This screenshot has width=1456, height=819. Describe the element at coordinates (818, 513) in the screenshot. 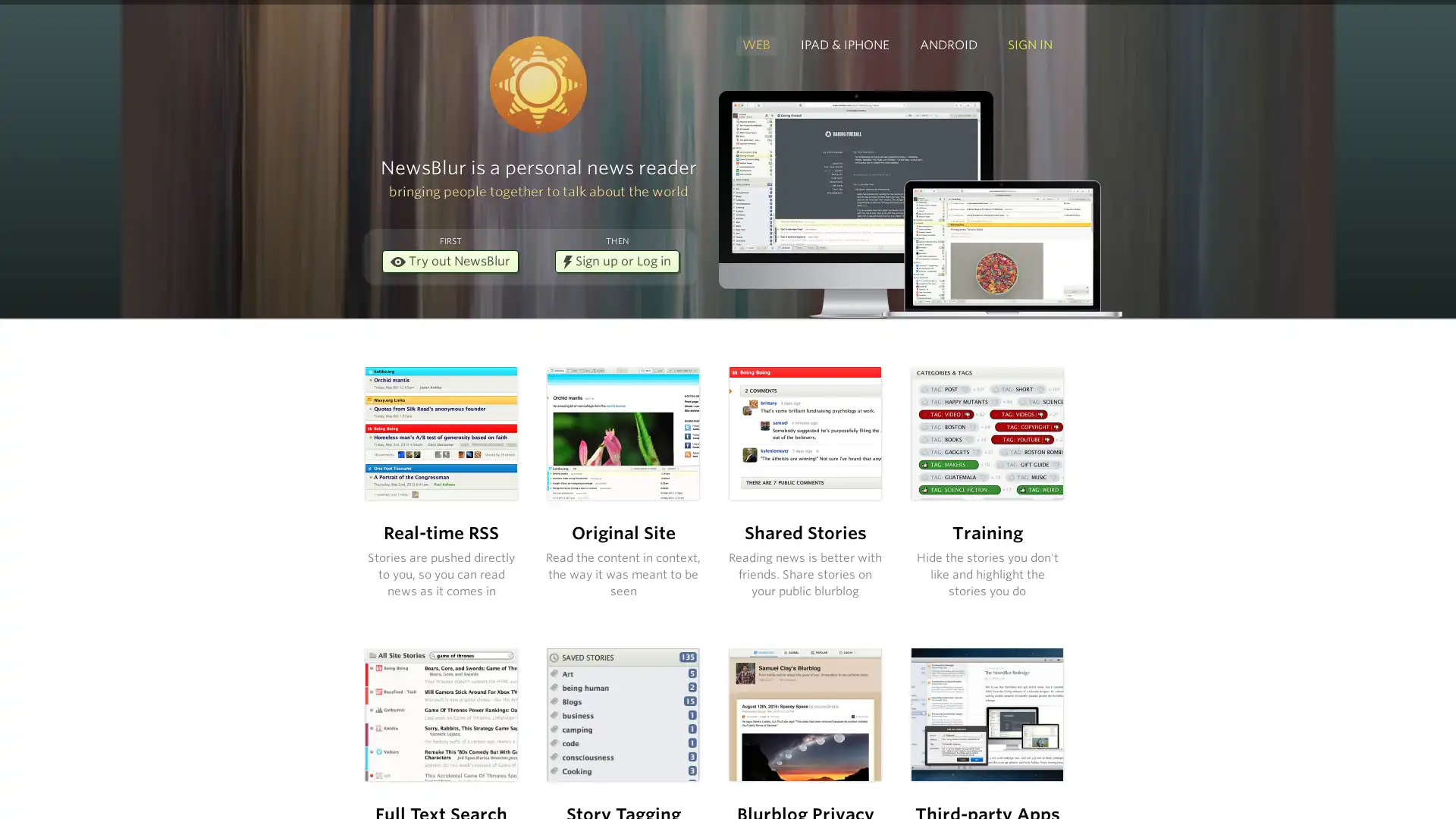

I see `log in` at that location.